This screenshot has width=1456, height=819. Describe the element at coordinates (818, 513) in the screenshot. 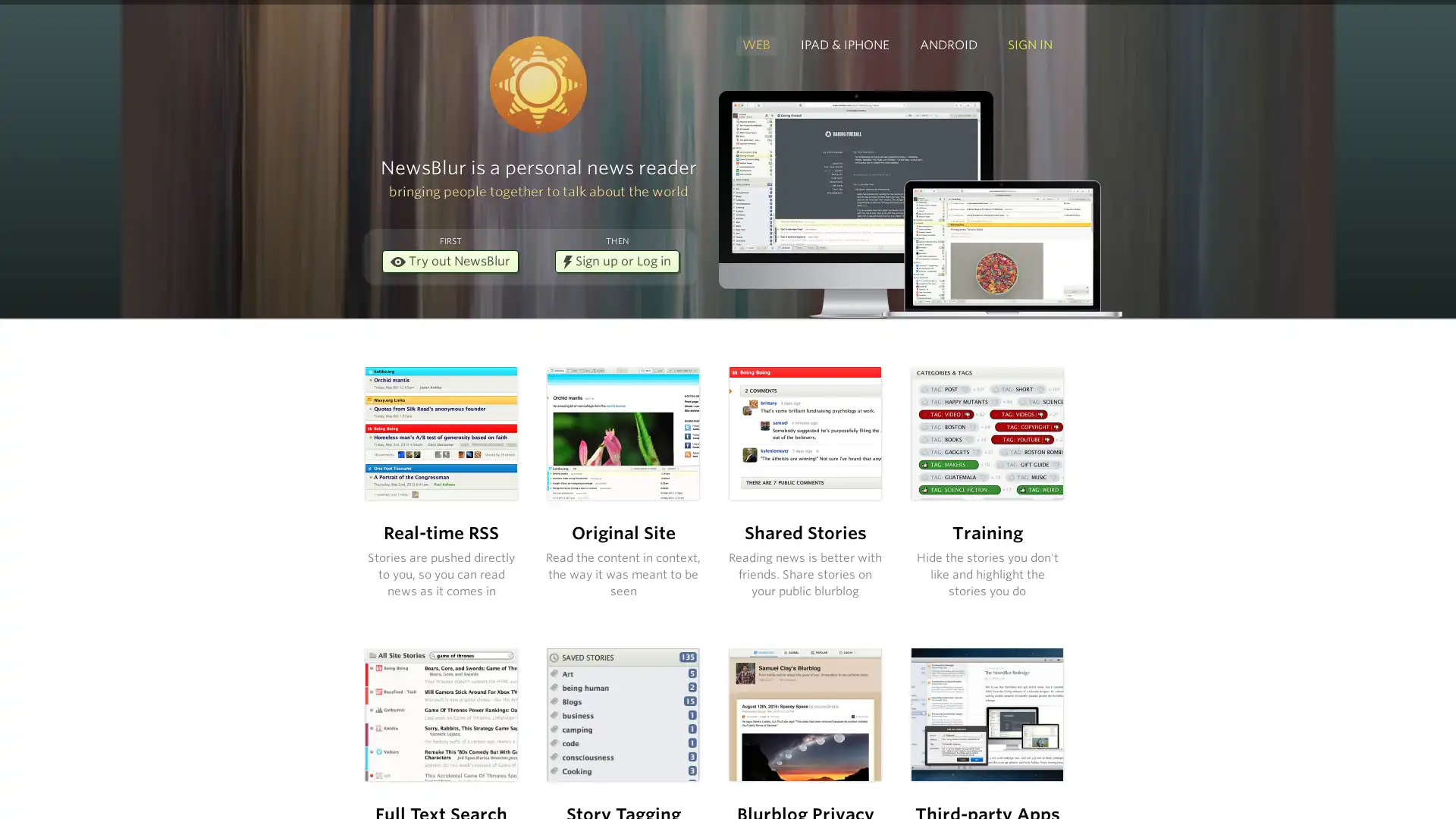

I see `log in` at that location.